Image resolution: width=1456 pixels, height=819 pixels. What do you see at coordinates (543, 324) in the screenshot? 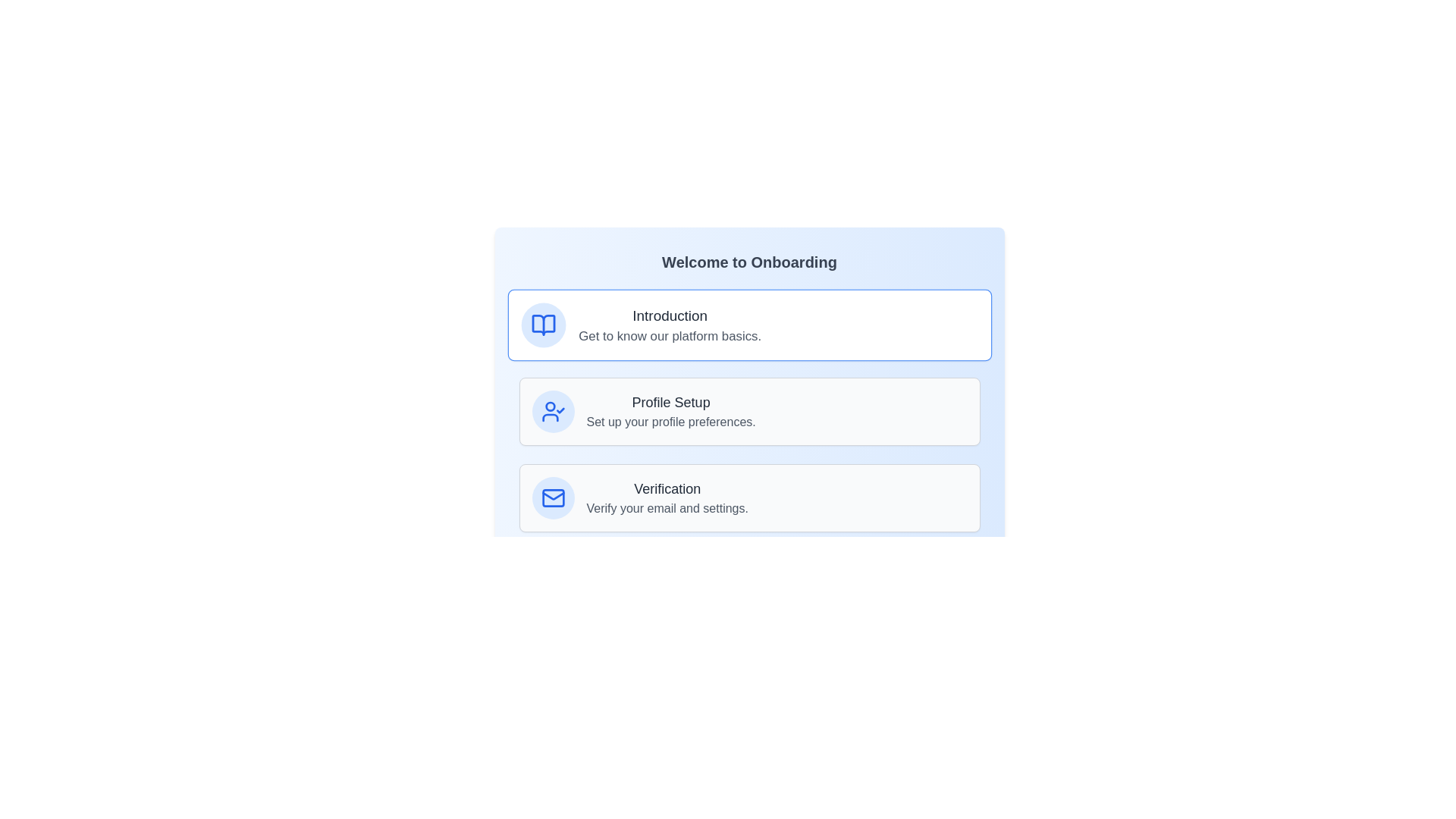
I see `the vector graphic icon representing the 'Introduction' step in the onboarding process, which is the leftmost element in its row adjacent to the text 'Introduction'` at bounding box center [543, 324].